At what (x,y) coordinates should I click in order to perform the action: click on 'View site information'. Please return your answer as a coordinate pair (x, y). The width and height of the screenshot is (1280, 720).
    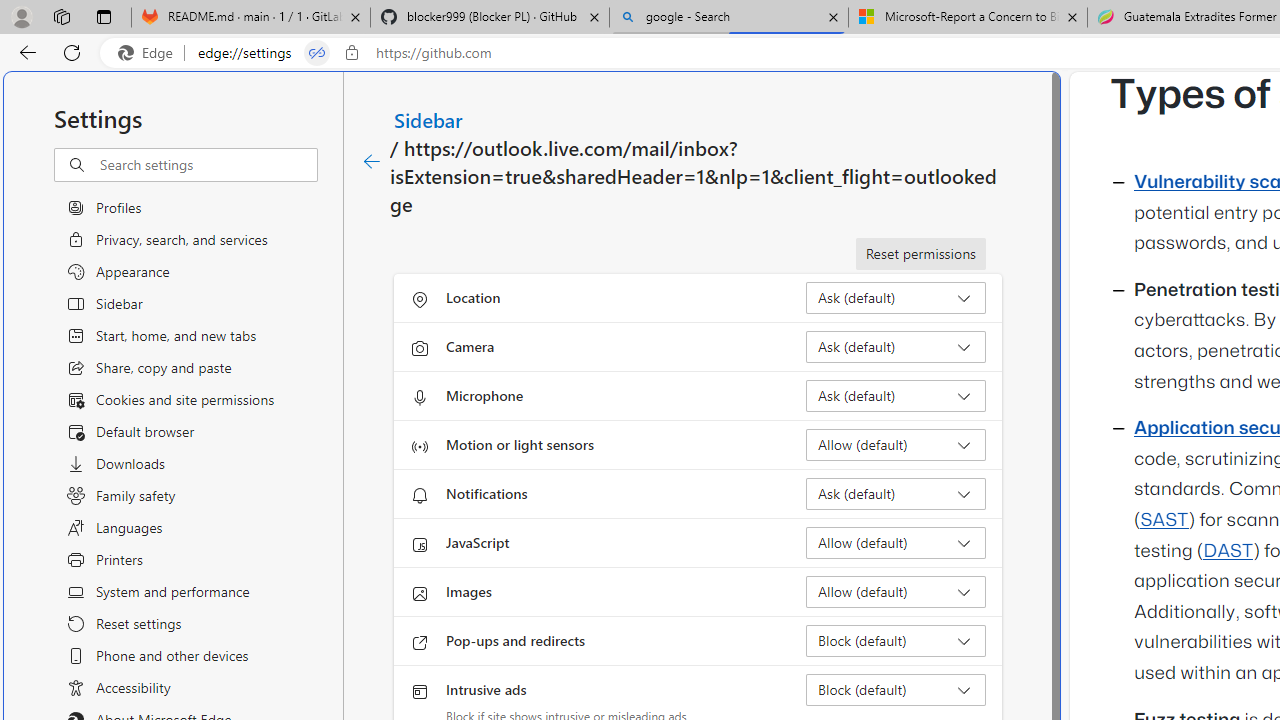
    Looking at the image, I should click on (352, 52).